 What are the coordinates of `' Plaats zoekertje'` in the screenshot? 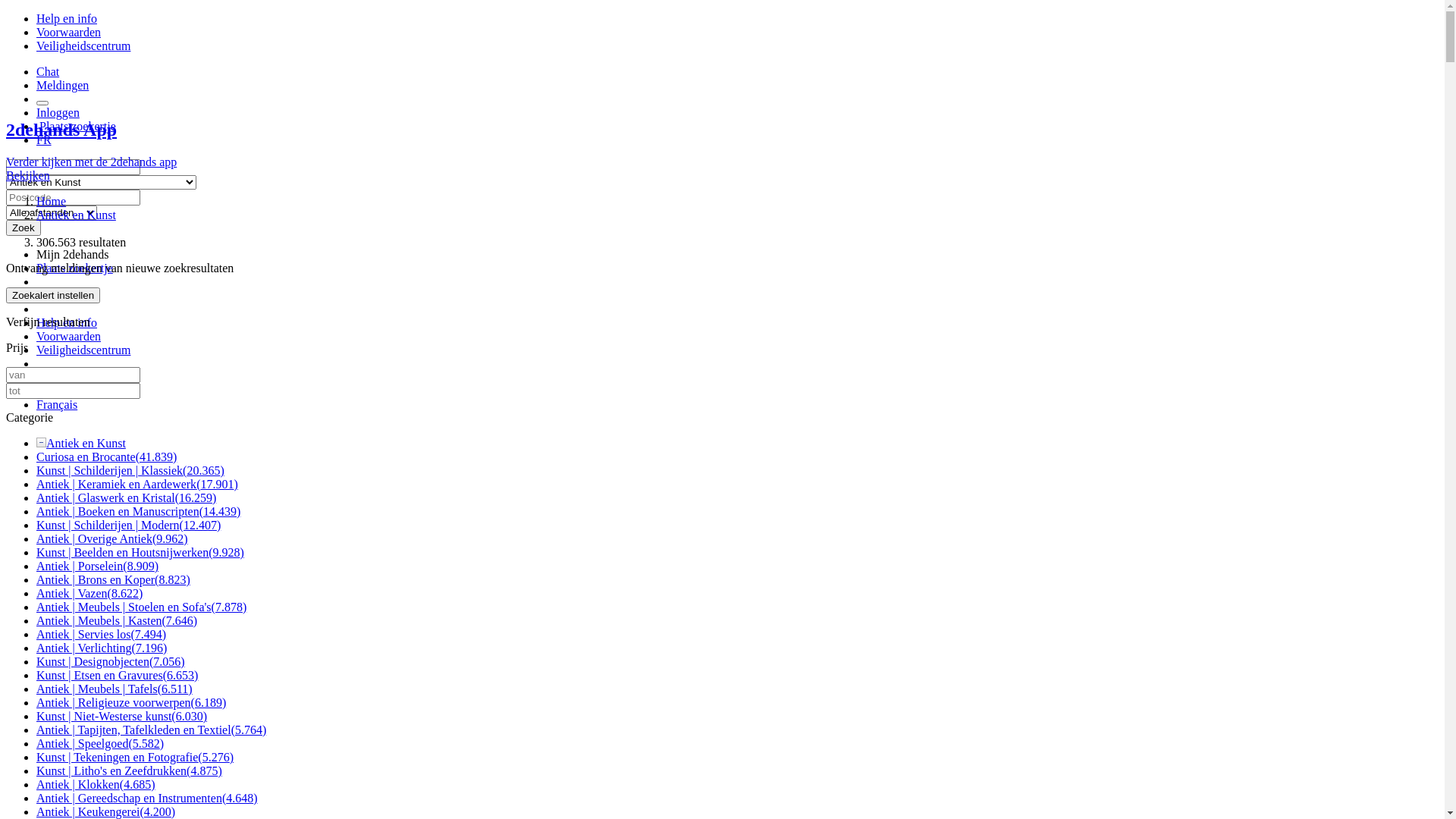 It's located at (75, 125).